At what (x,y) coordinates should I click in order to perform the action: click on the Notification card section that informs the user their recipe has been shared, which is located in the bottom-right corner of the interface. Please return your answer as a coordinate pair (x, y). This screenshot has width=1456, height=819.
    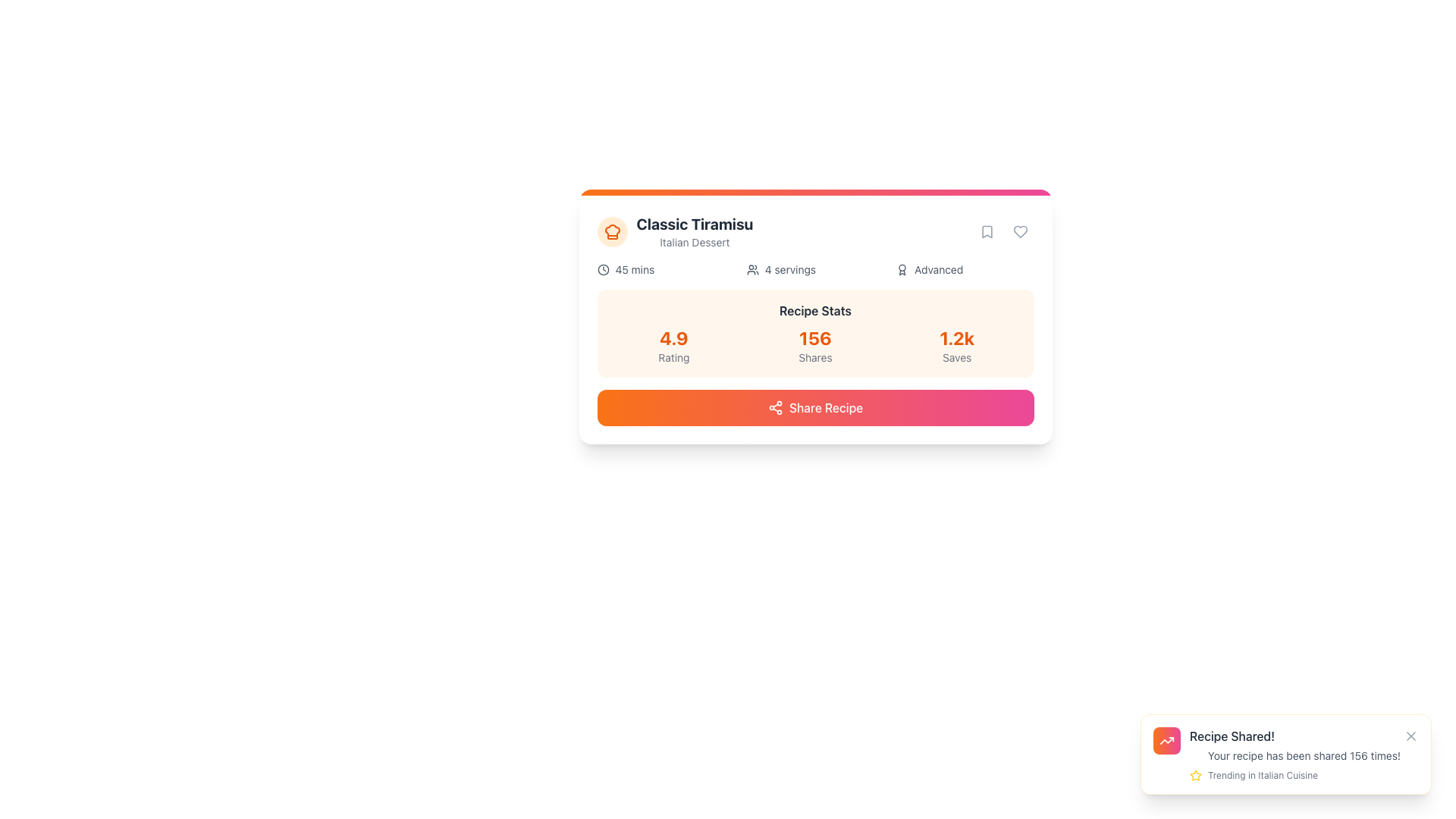
    Looking at the image, I should click on (1303, 755).